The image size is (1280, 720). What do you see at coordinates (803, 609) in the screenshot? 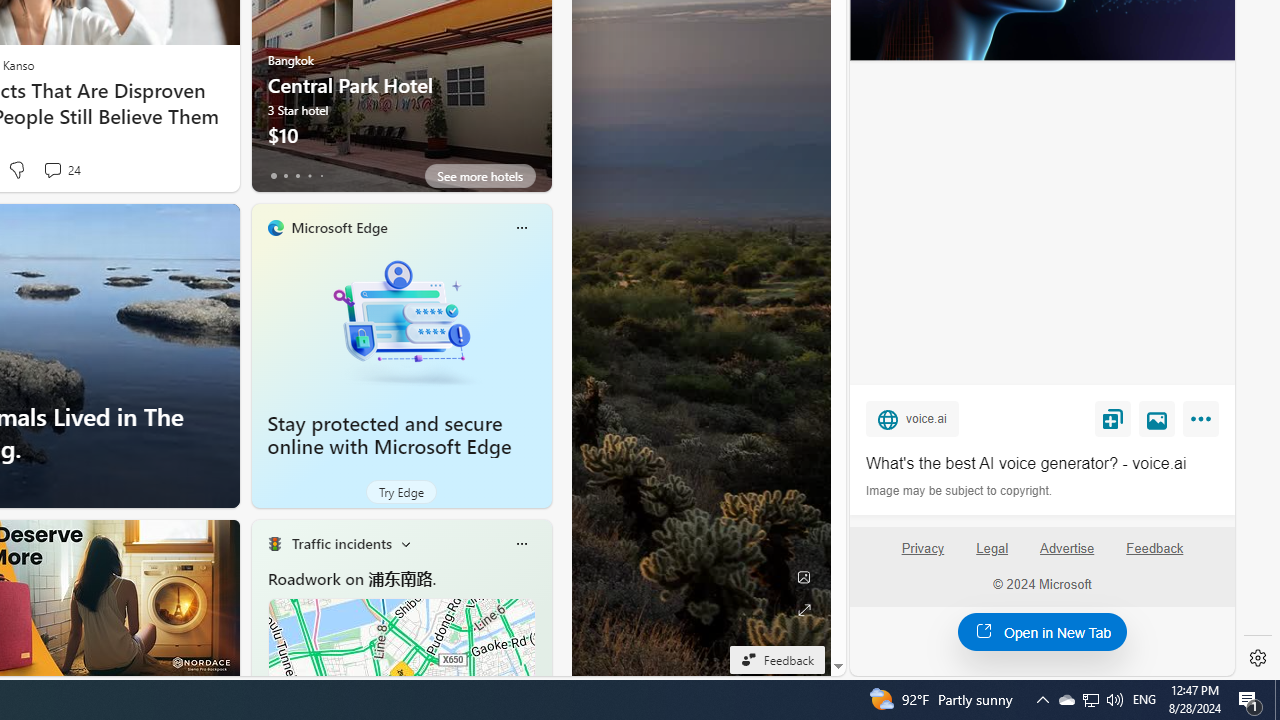
I see `'Expand background'` at bounding box center [803, 609].